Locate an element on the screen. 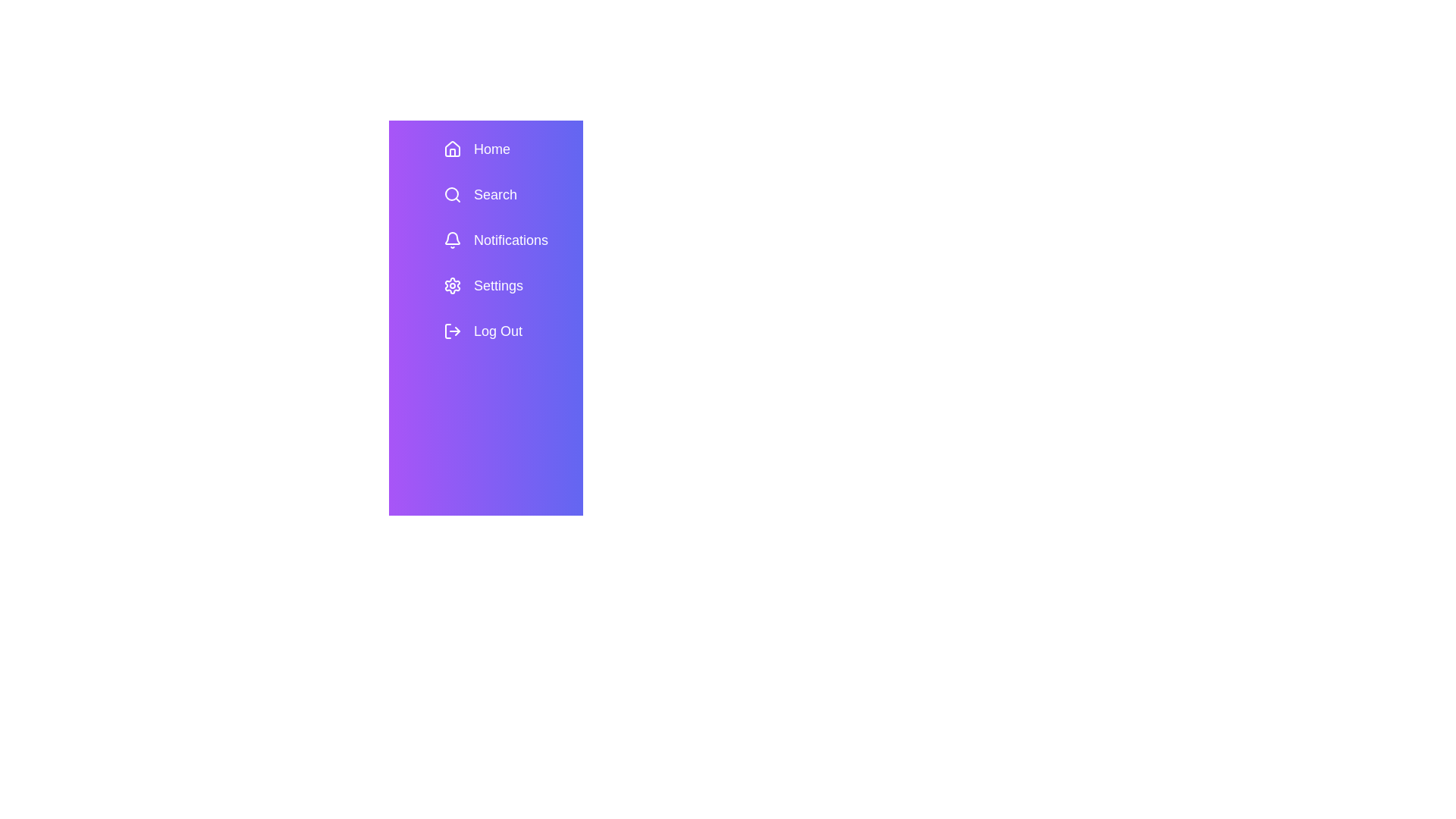 The width and height of the screenshot is (1456, 819). the menu item Notifications in the SidebarMenu is located at coordinates (507, 239).